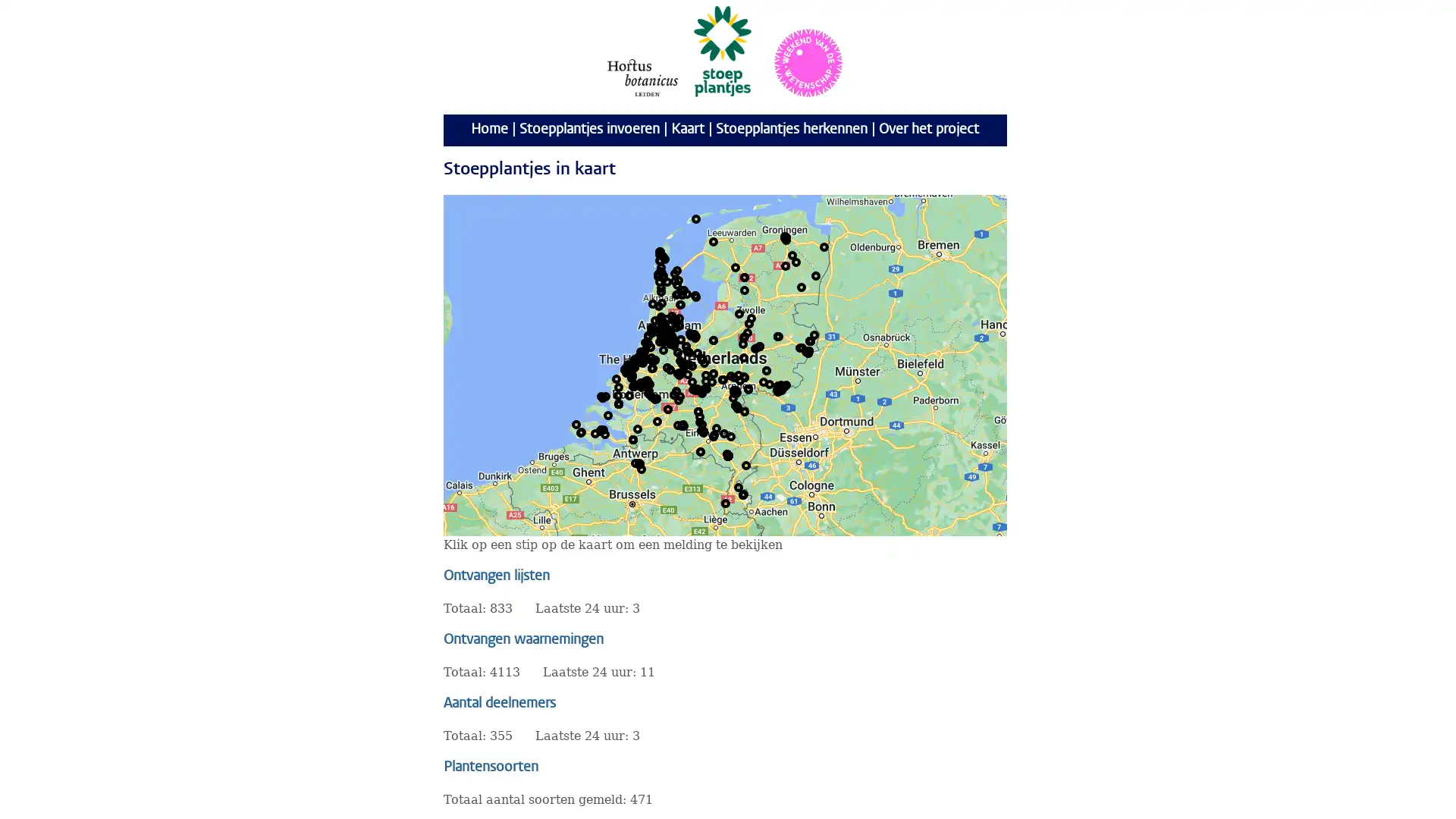 This screenshot has width=1456, height=819. Describe the element at coordinates (575, 424) in the screenshot. I see `Telling van Mieke Grazell op 23 januari 2022` at that location.